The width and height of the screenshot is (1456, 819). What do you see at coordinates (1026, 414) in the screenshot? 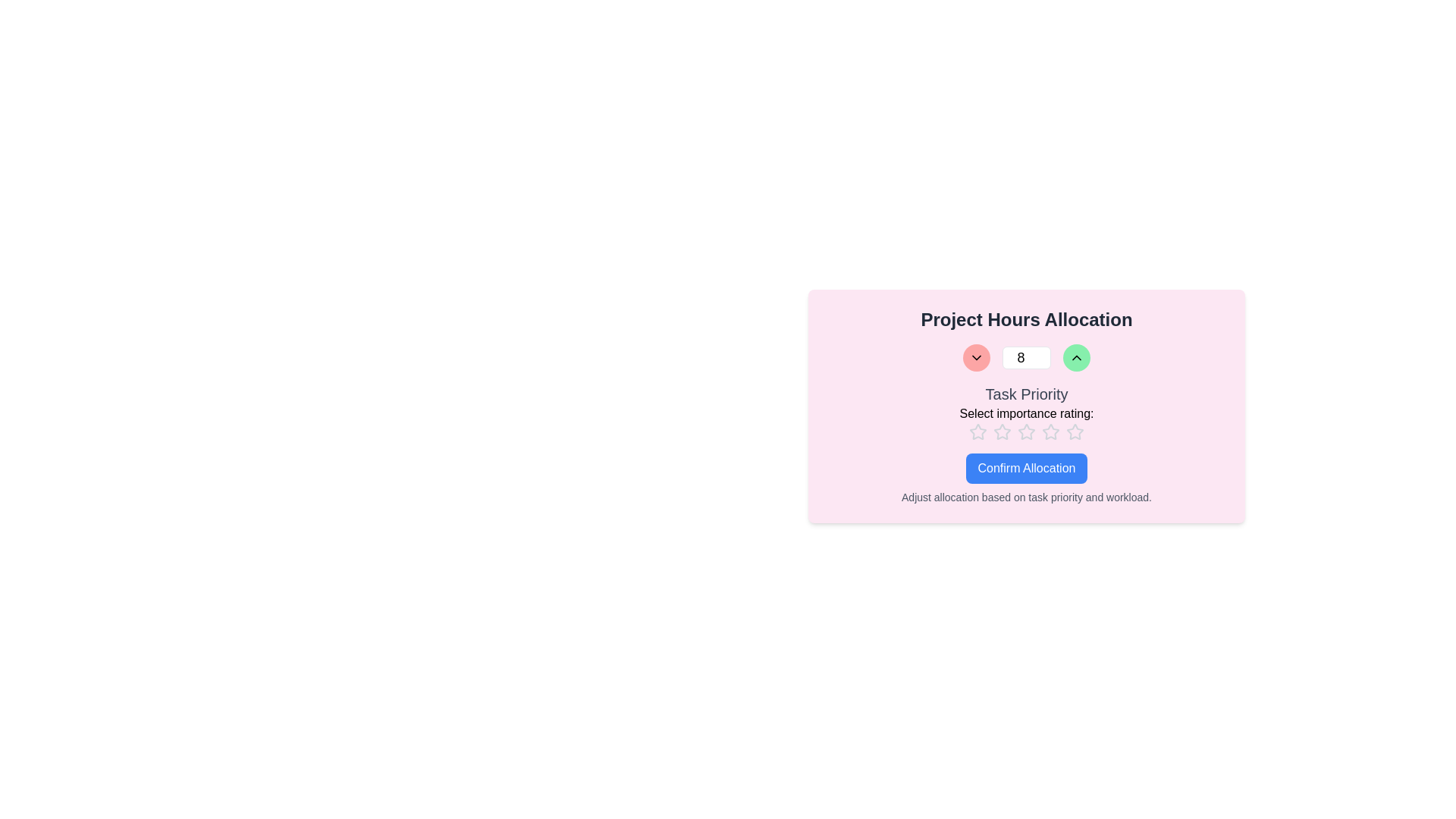
I see `the static text label displaying 'Select importance rating:', which is styled in medium-sized black font on a light pink background, located directly beneath 'Task Priority'` at bounding box center [1026, 414].